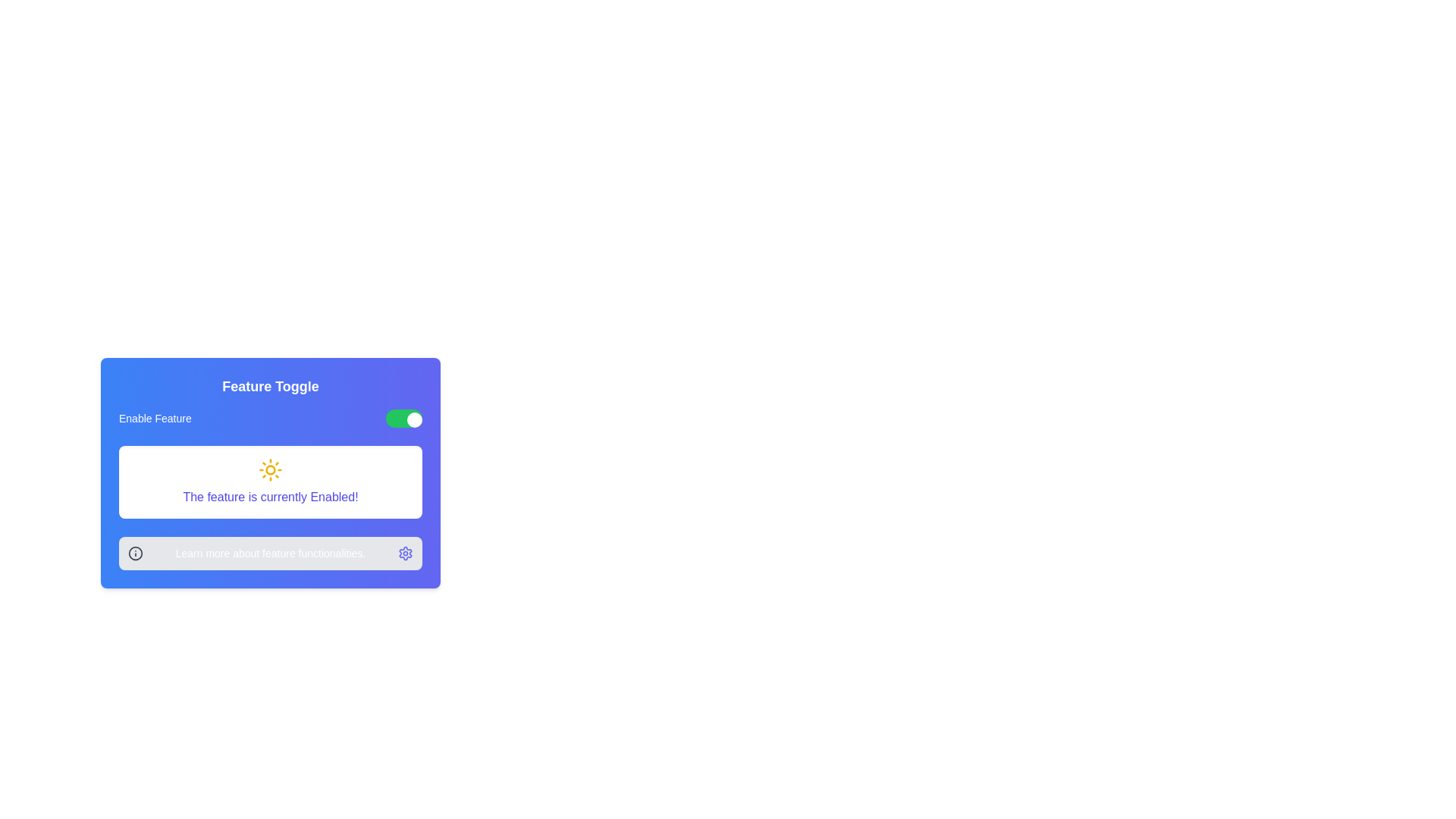  What do you see at coordinates (135, 553) in the screenshot?
I see `the Information Symbol icon located on the left side of the footer text 'Learn more about feature functionalities'` at bounding box center [135, 553].